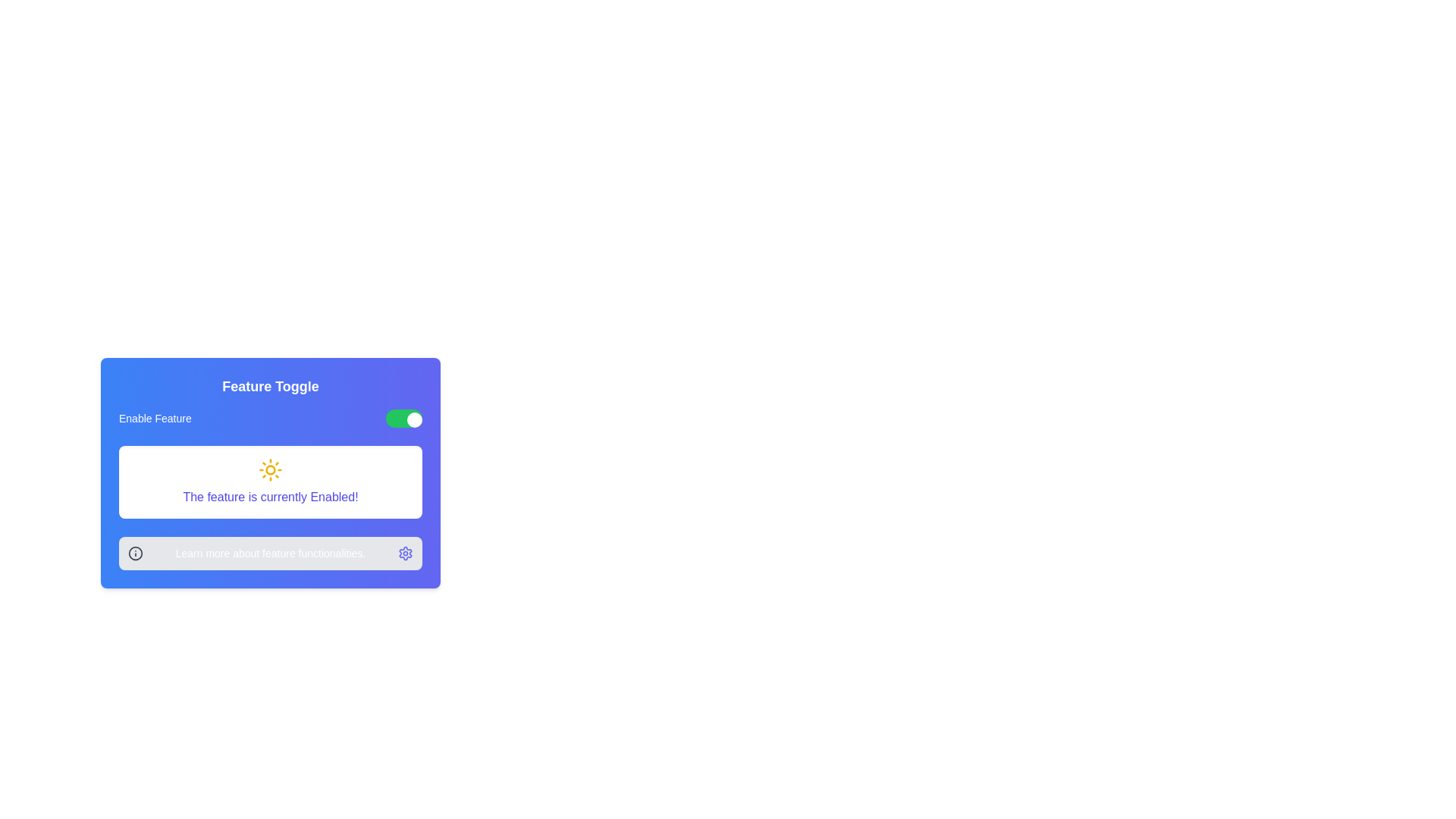  What do you see at coordinates (135, 553) in the screenshot?
I see `the Information Symbol icon located on the left side of the footer text 'Learn more about feature functionalities'` at bounding box center [135, 553].